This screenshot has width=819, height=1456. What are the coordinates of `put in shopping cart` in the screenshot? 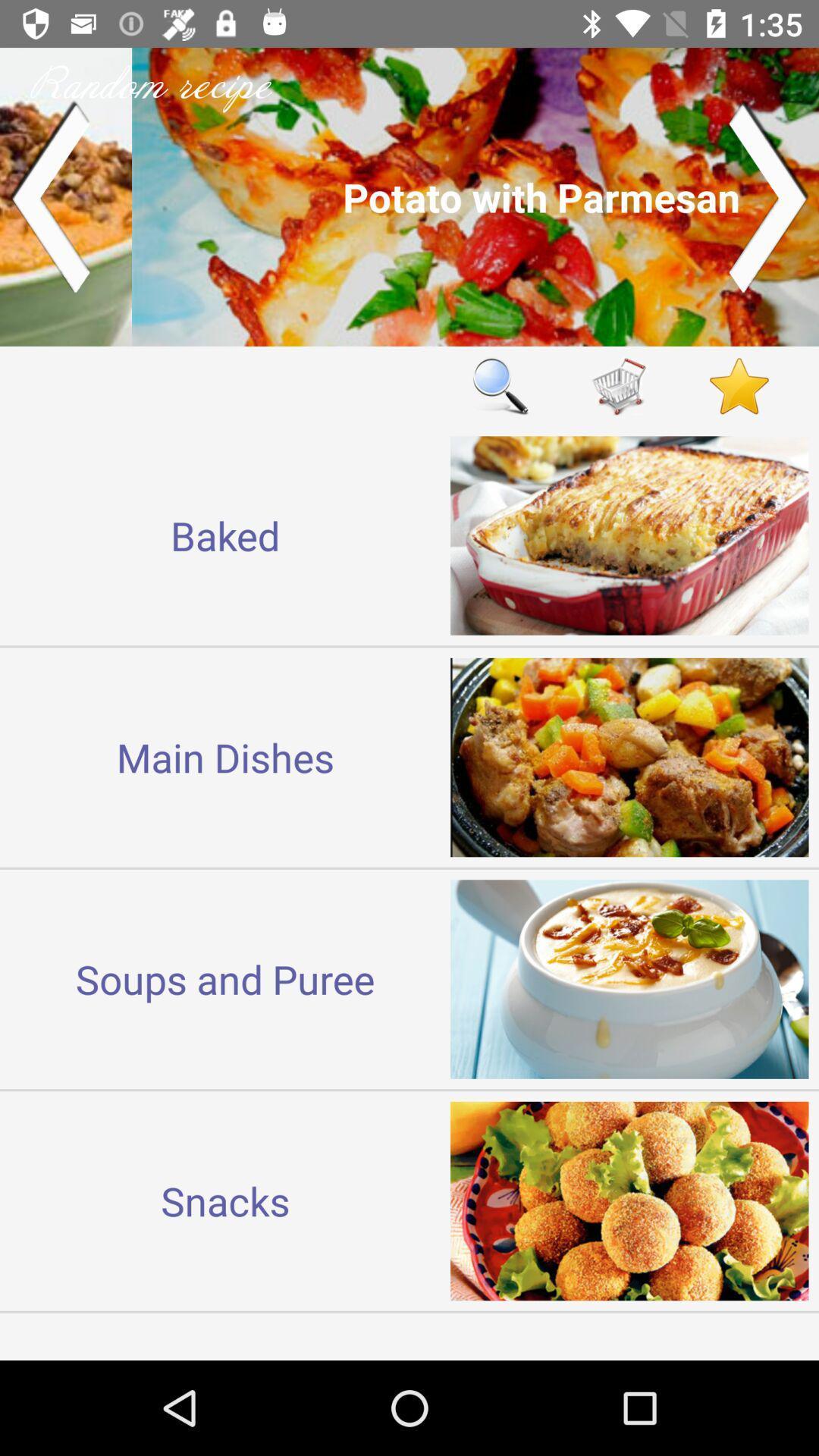 It's located at (620, 386).